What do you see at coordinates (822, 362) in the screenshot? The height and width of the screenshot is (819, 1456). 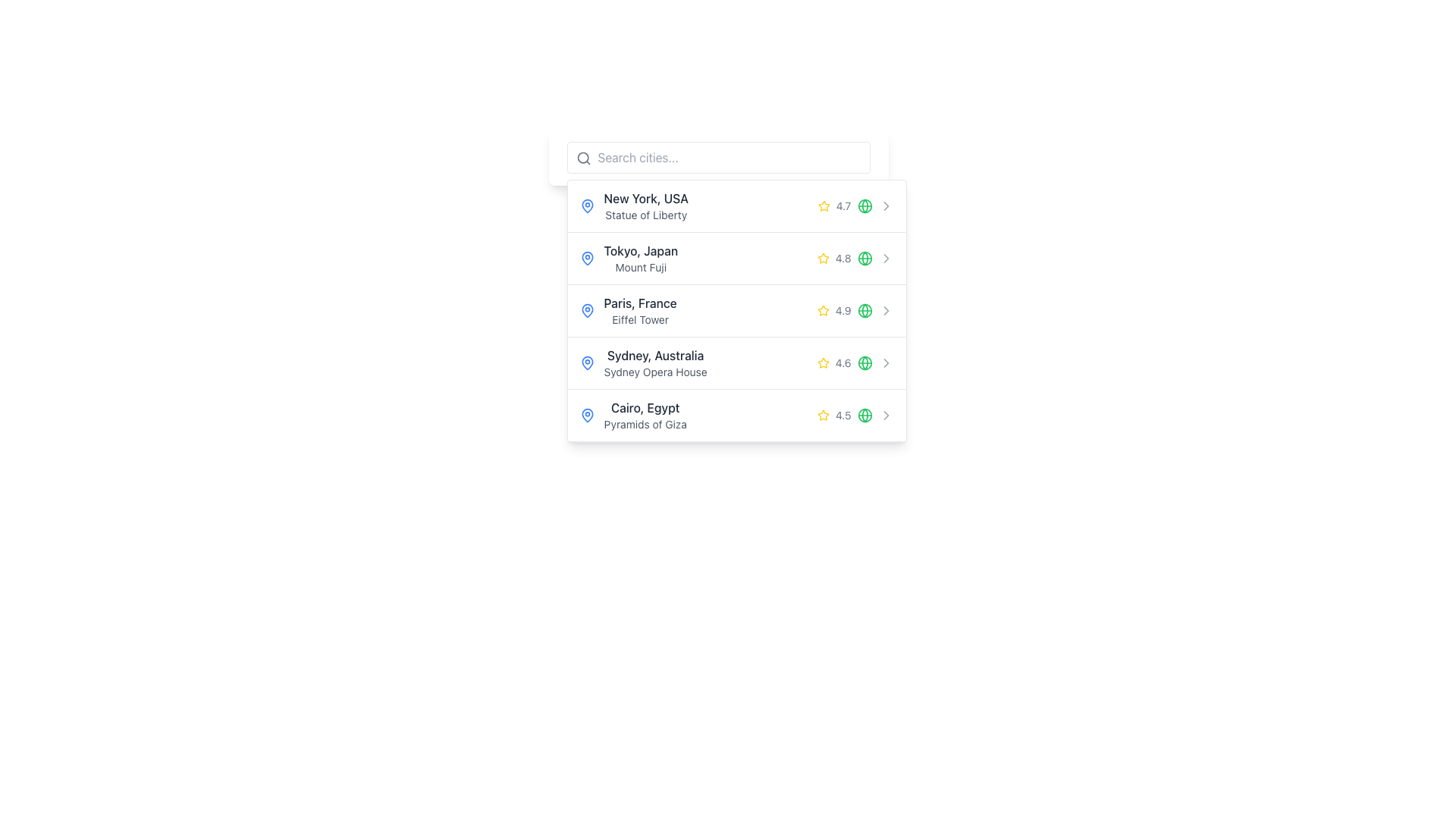 I see `the yellow star icon representing a rating element, located in the fourth list item, adjacent to the numerical rating value 4.6` at bounding box center [822, 362].